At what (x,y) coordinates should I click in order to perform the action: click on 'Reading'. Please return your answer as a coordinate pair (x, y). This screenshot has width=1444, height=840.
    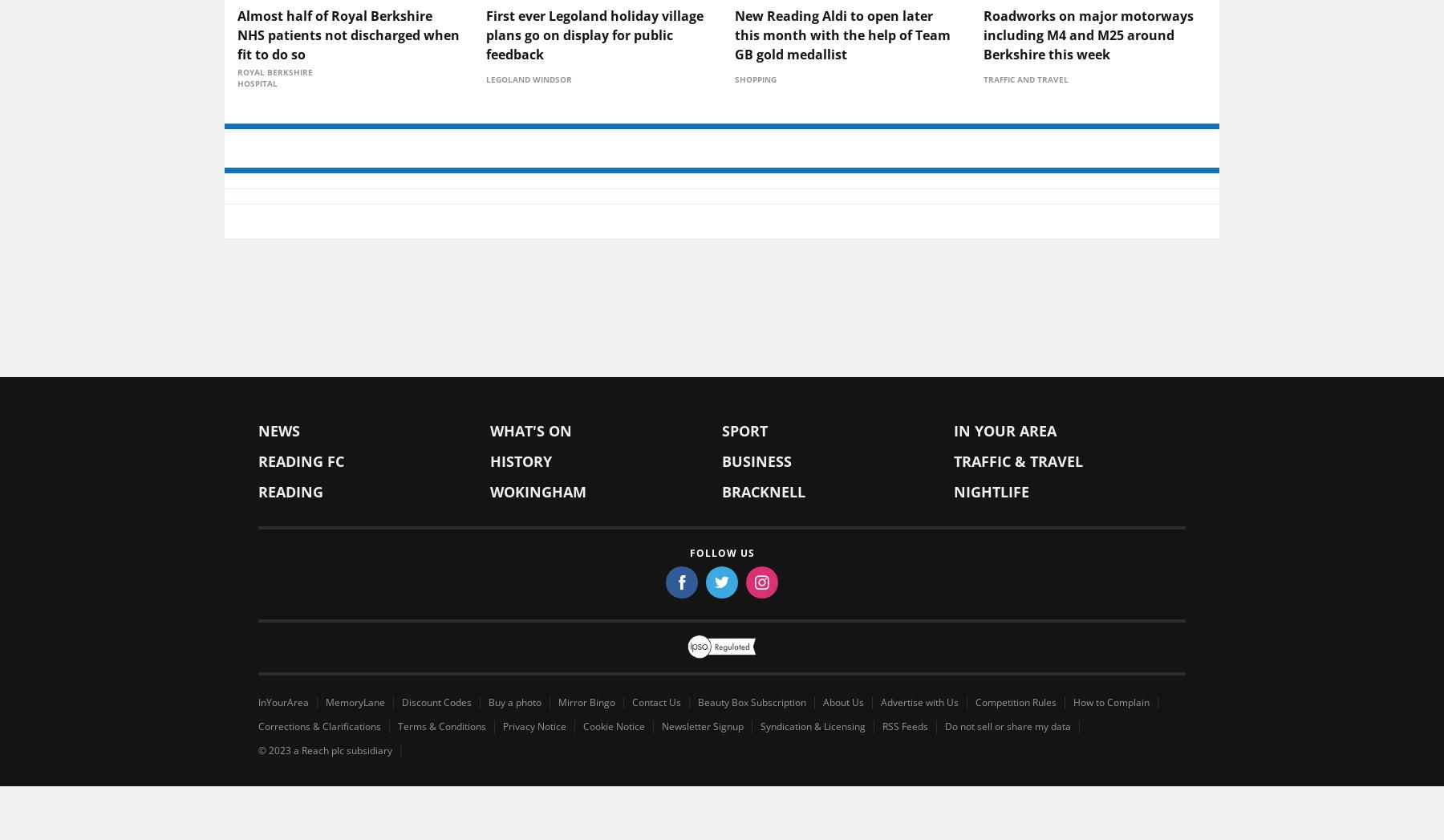
    Looking at the image, I should click on (290, 618).